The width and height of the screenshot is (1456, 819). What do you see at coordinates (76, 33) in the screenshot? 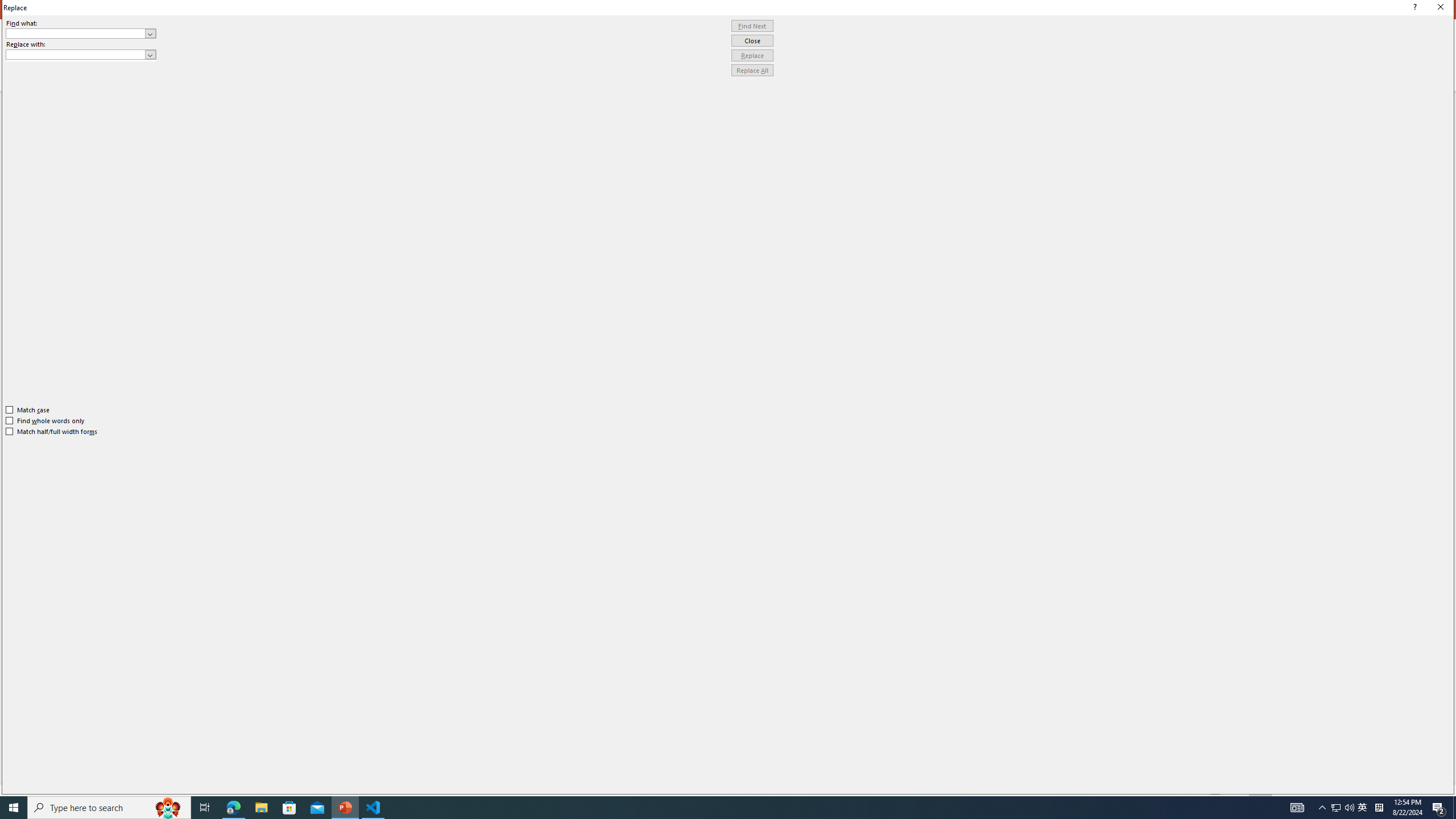
I see `'Find what'` at bounding box center [76, 33].